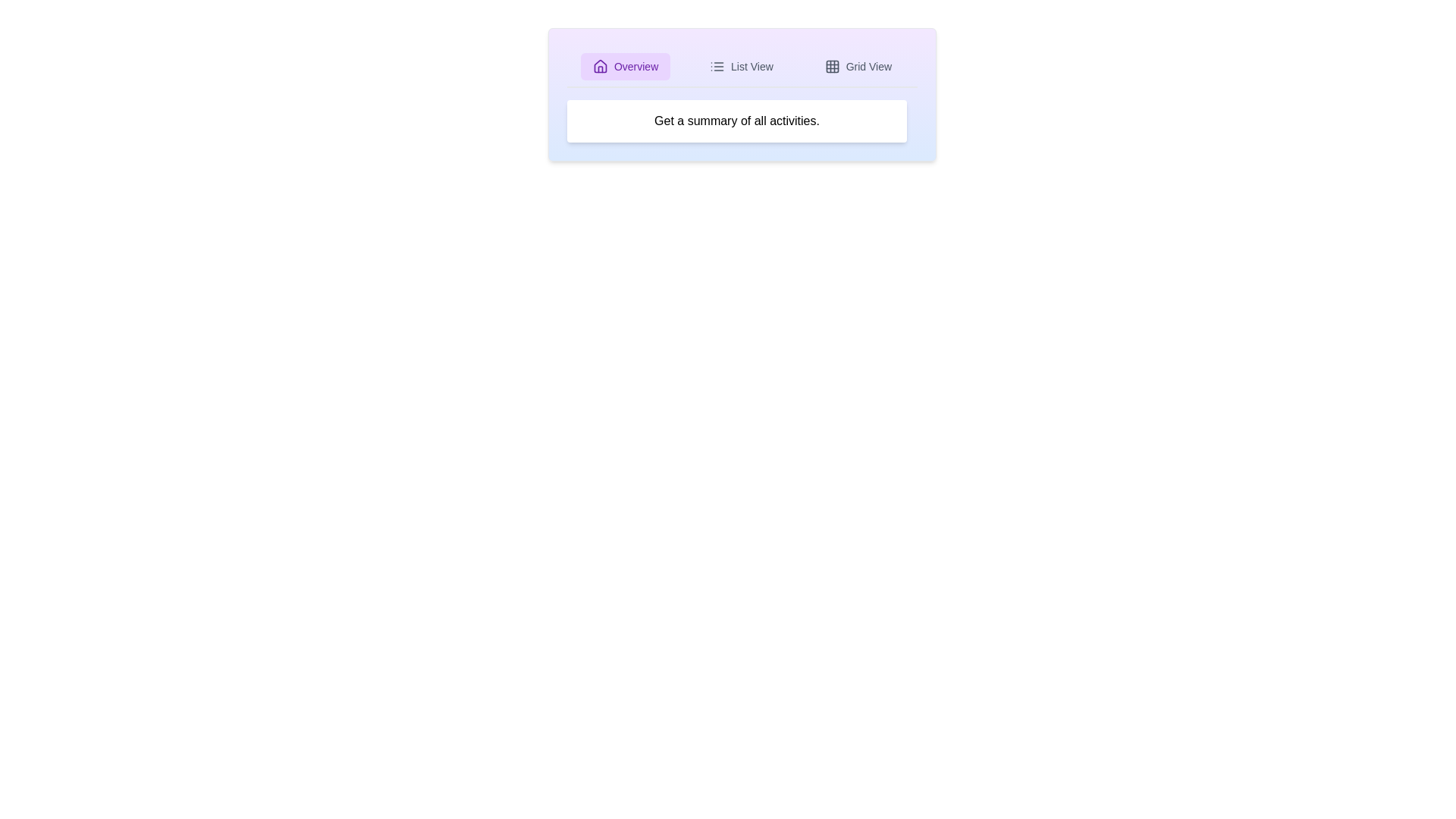 This screenshot has height=819, width=1456. Describe the element at coordinates (626, 66) in the screenshot. I see `the Overview tab by clicking on the respective tab button` at that location.